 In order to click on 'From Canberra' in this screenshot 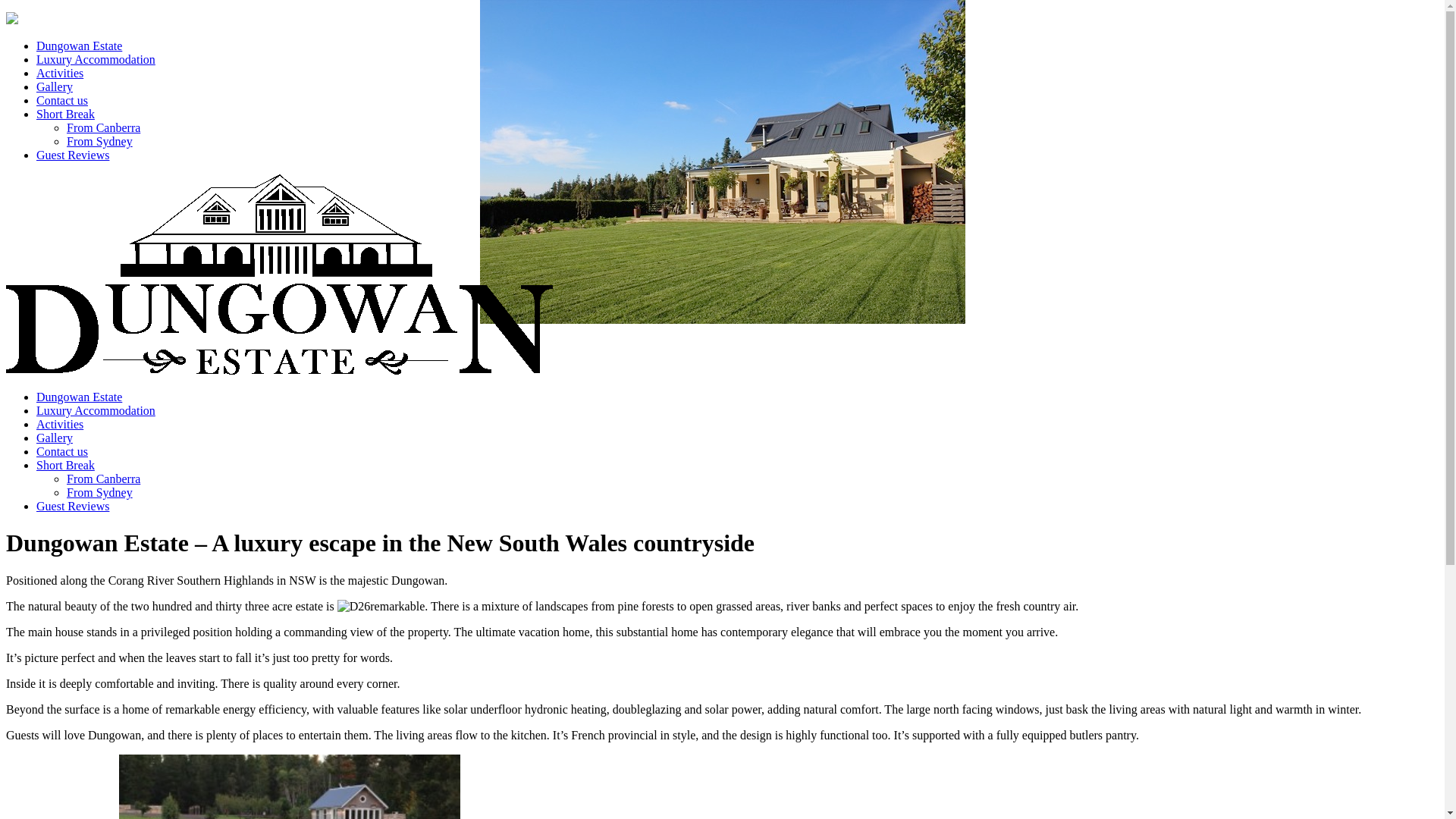, I will do `click(102, 127)`.